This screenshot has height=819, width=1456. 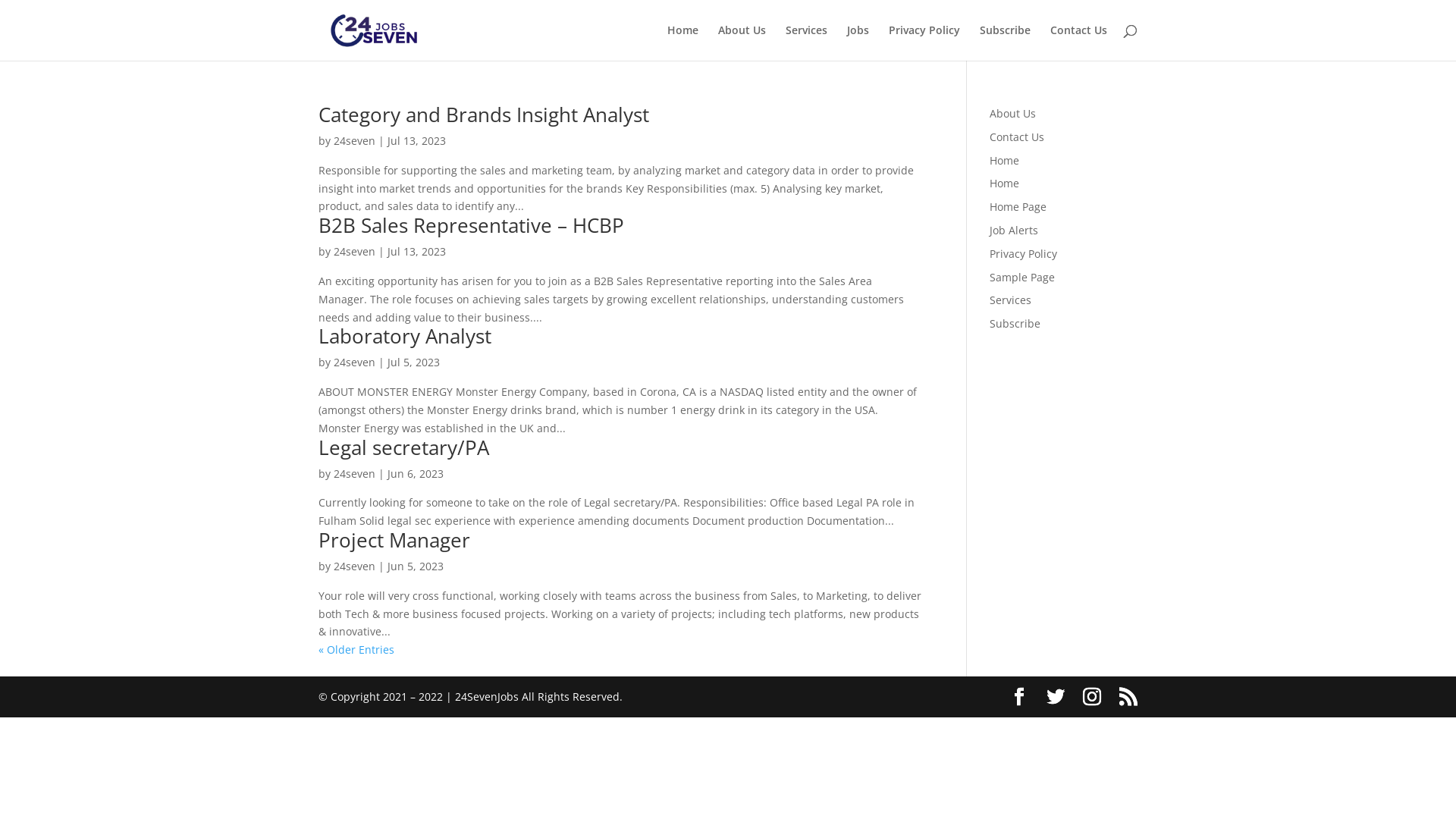 What do you see at coordinates (990, 277) in the screenshot?
I see `'Sample Page'` at bounding box center [990, 277].